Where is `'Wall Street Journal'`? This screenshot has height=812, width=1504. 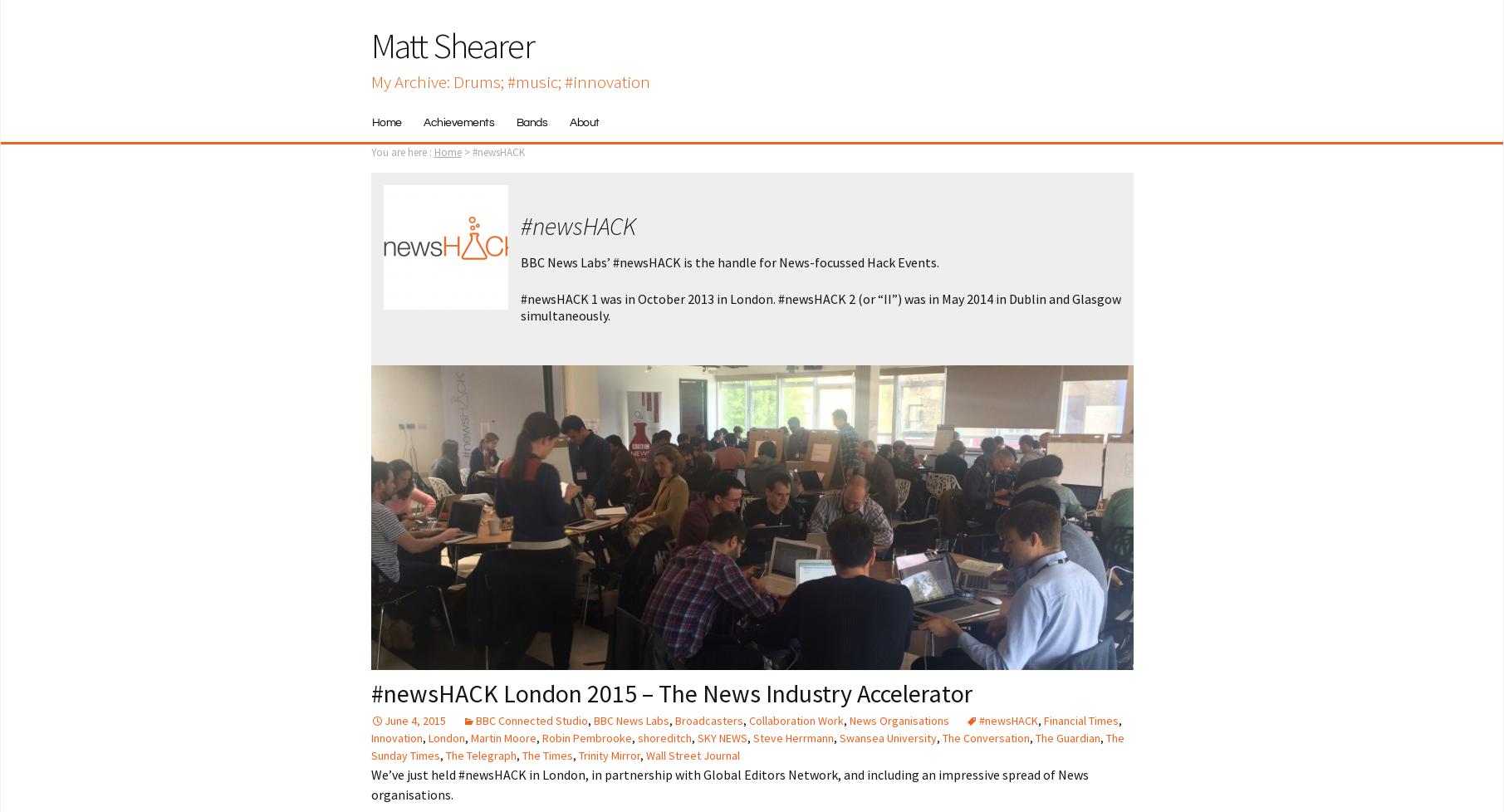
'Wall Street Journal' is located at coordinates (692, 755).